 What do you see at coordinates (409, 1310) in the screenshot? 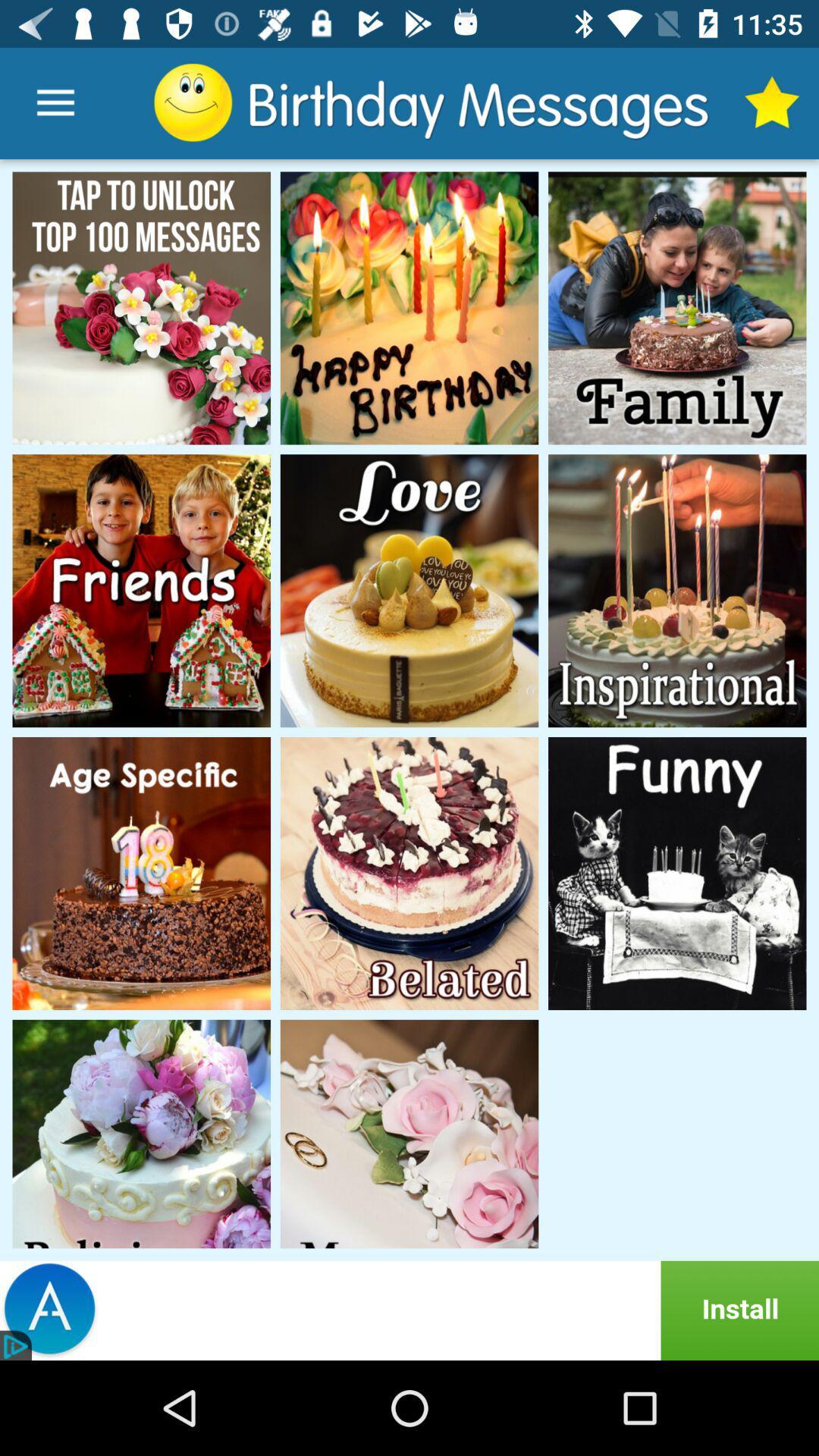
I see `install advertised site` at bounding box center [409, 1310].